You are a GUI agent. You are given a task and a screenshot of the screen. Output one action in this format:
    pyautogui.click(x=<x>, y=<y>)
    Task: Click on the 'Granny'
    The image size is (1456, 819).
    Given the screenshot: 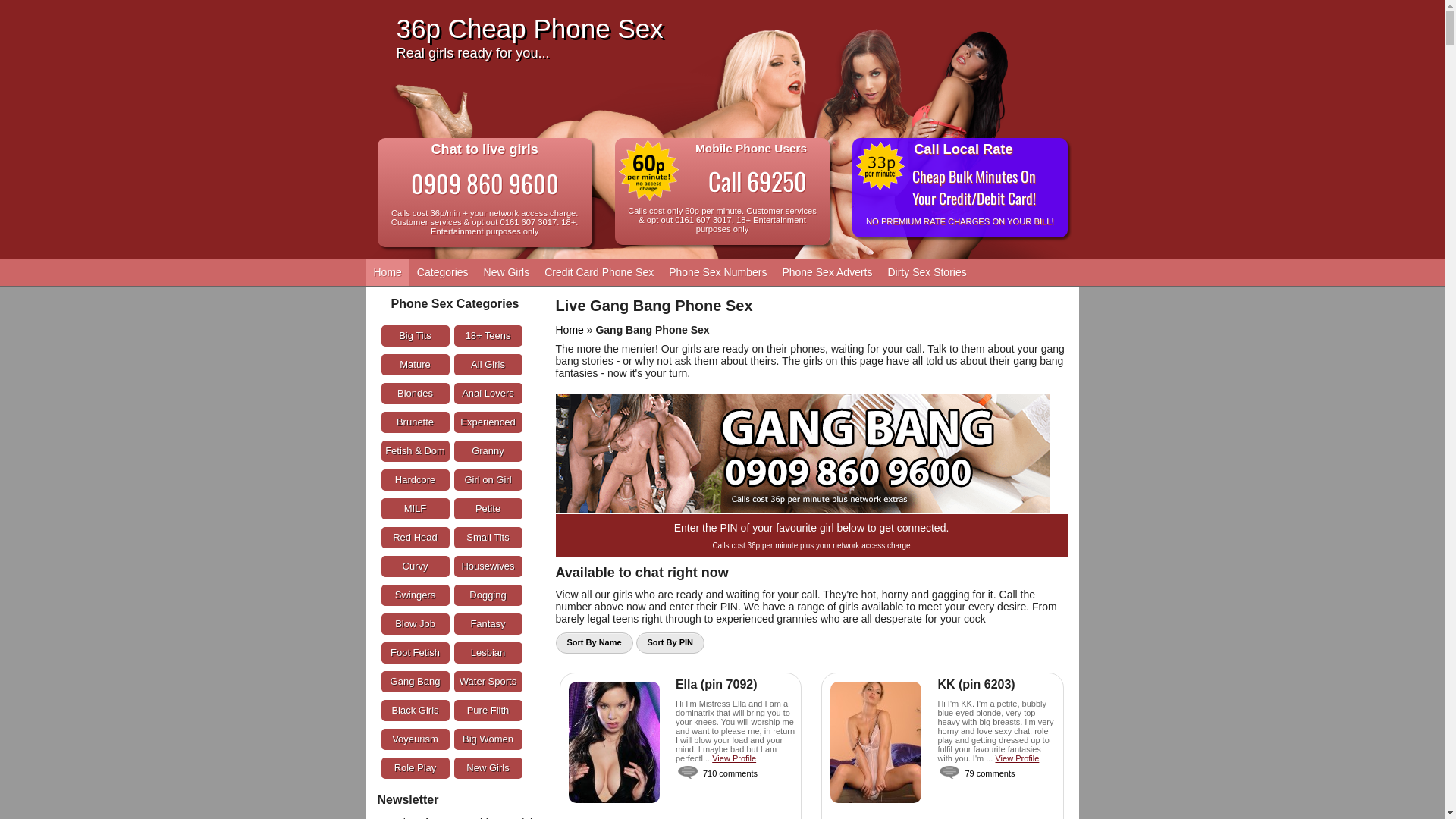 What is the action you would take?
    pyautogui.click(x=488, y=450)
    